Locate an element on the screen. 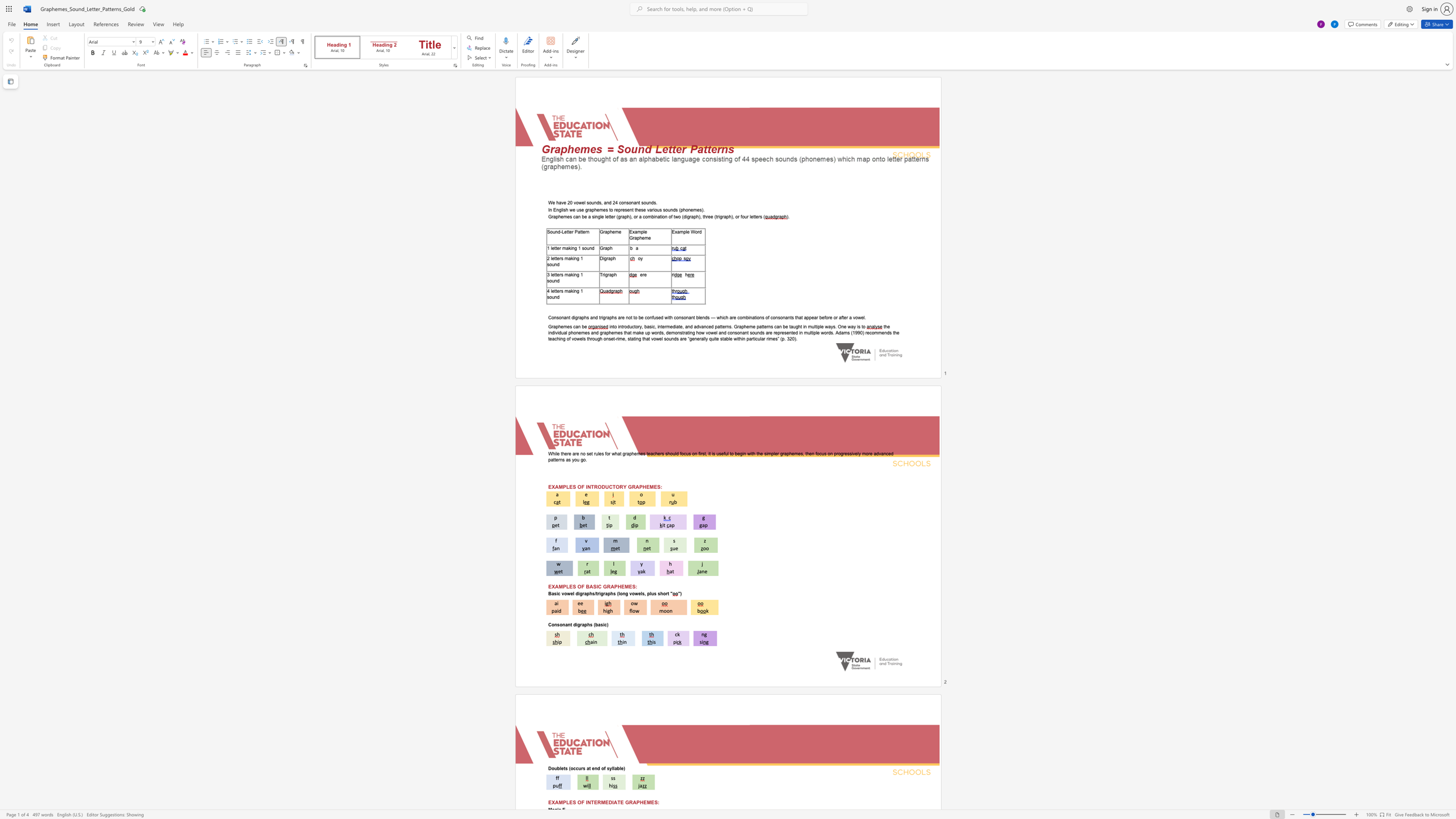  the subset text "ph" within the text "Example Grapheme" is located at coordinates (637, 237).